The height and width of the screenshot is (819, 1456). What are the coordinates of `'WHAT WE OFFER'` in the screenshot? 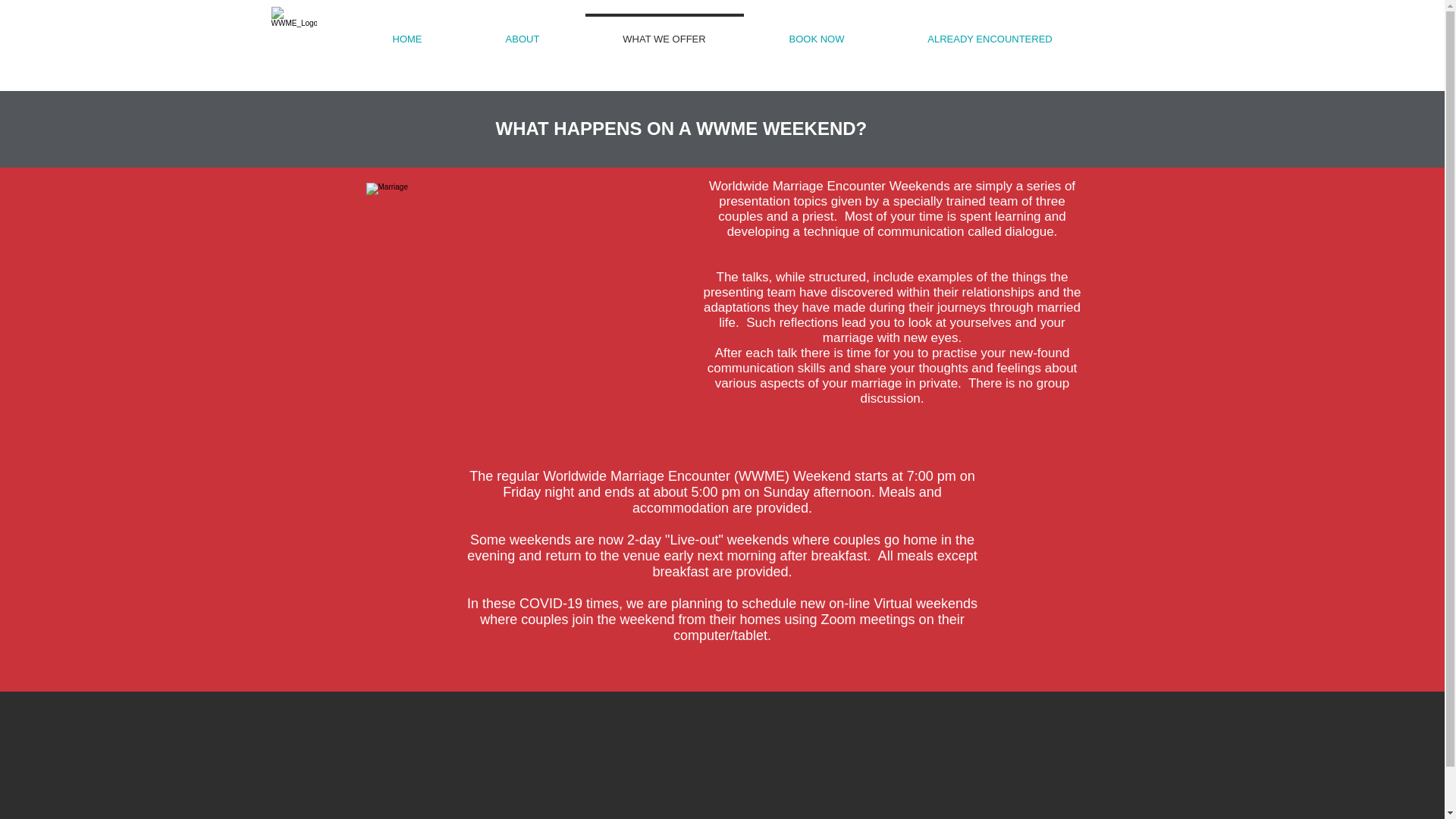 It's located at (664, 32).